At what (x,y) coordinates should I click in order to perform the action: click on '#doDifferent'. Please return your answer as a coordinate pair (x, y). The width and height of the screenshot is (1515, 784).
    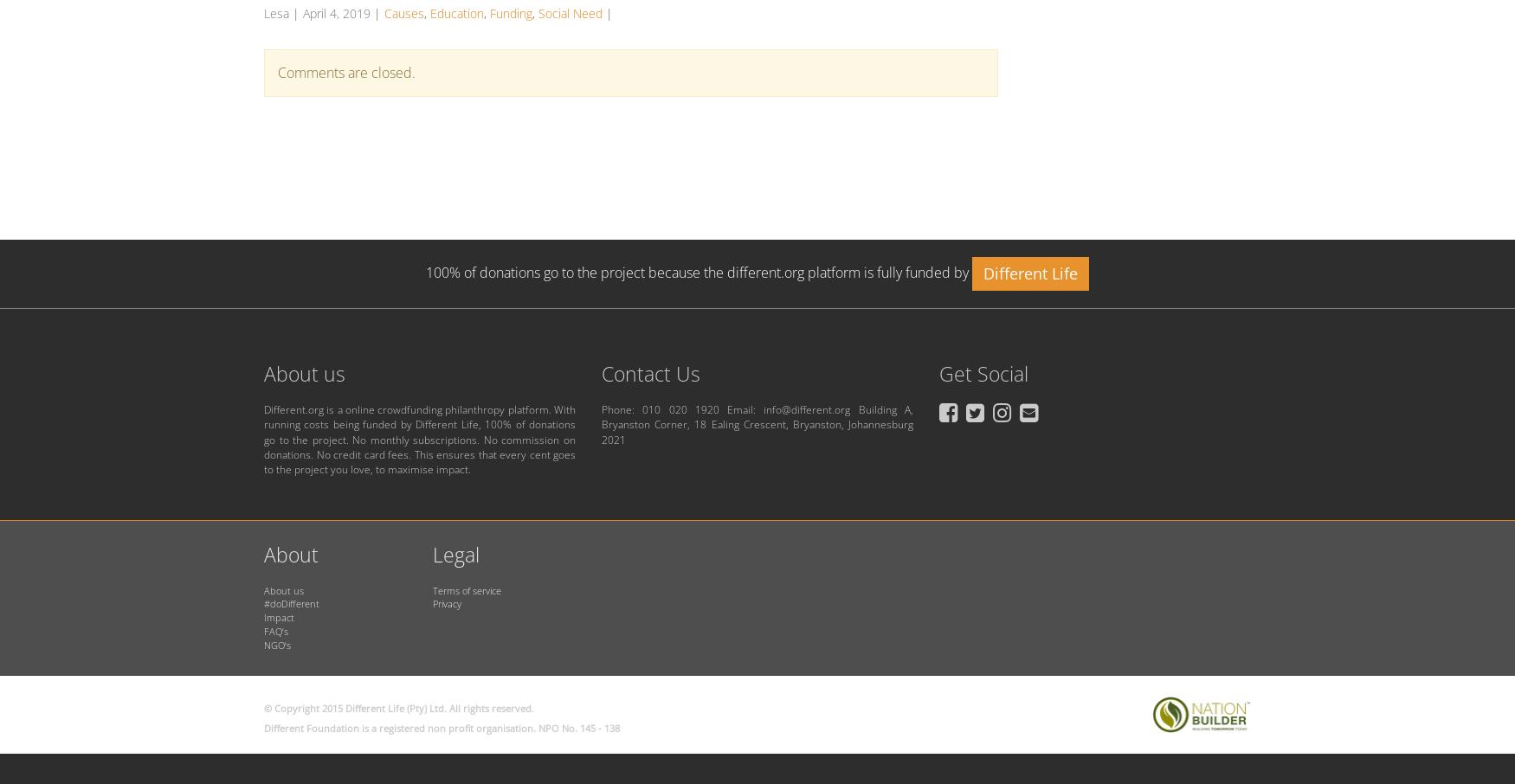
    Looking at the image, I should click on (292, 603).